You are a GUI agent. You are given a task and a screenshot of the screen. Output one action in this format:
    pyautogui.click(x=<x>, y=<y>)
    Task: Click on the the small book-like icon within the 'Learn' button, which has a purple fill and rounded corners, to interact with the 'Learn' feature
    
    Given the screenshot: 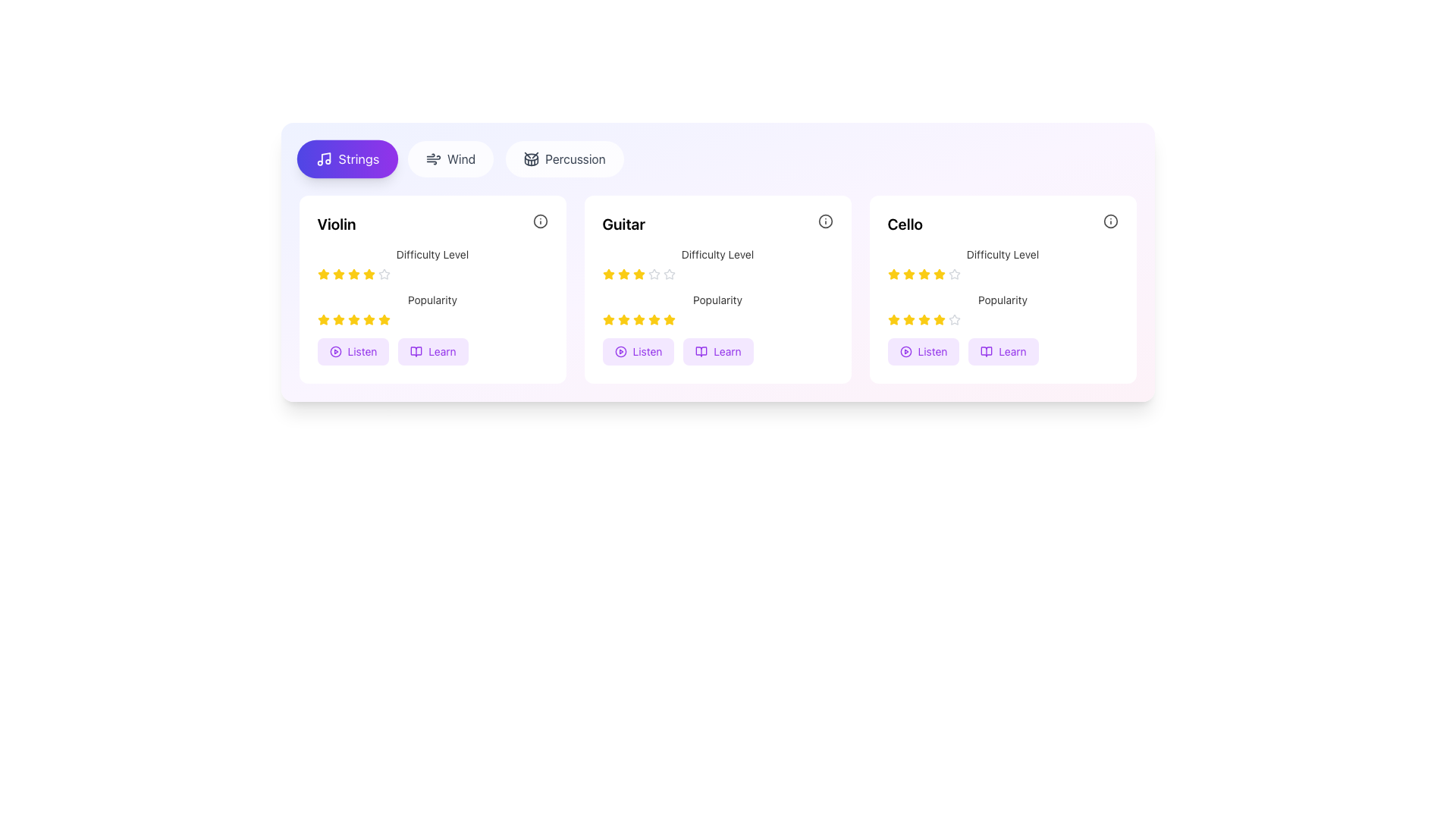 What is the action you would take?
    pyautogui.click(x=701, y=351)
    